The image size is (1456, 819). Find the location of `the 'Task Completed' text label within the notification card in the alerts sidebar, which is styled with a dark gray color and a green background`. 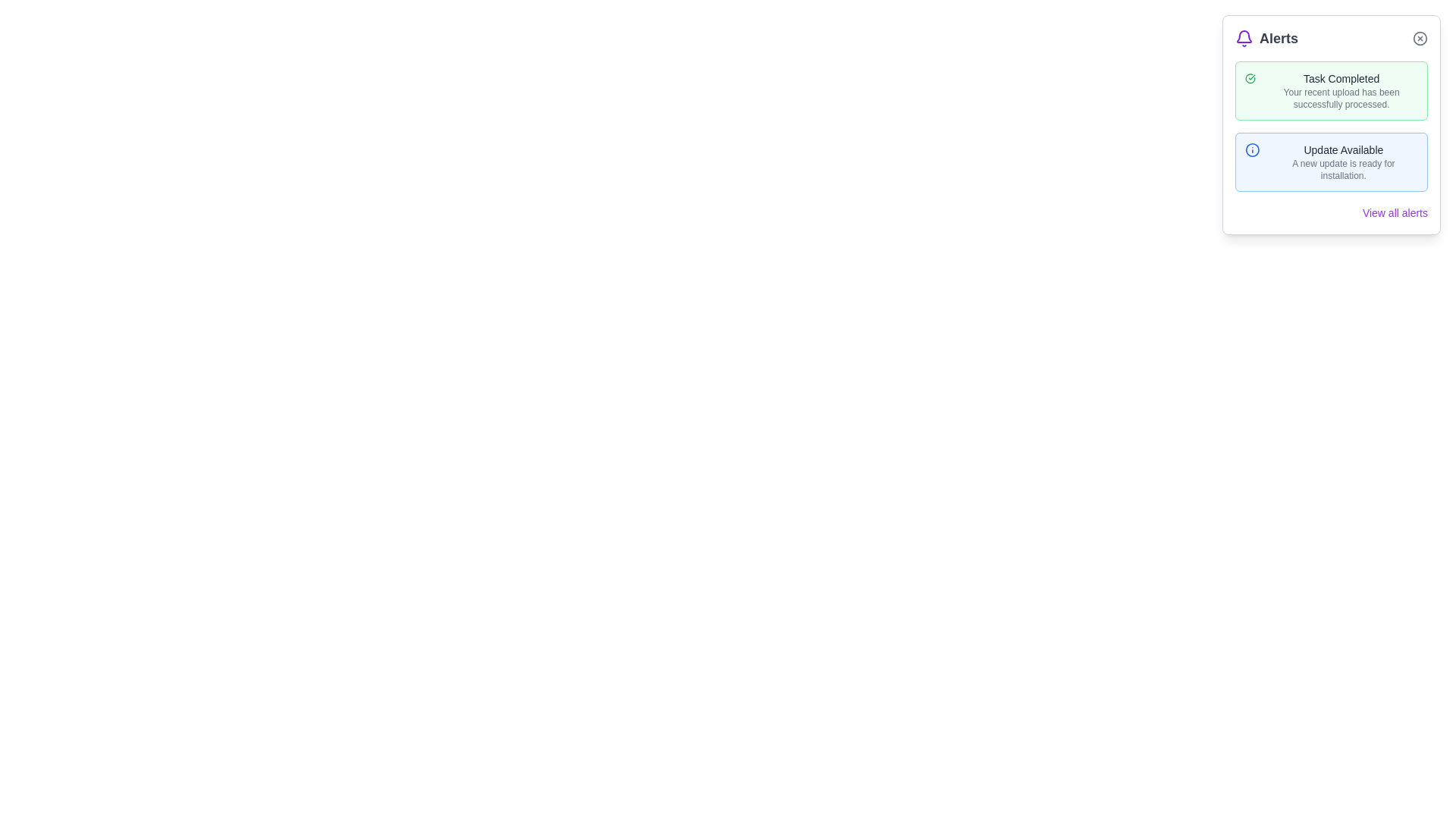

the 'Task Completed' text label within the notification card in the alerts sidebar, which is styled with a dark gray color and a green background is located at coordinates (1341, 79).